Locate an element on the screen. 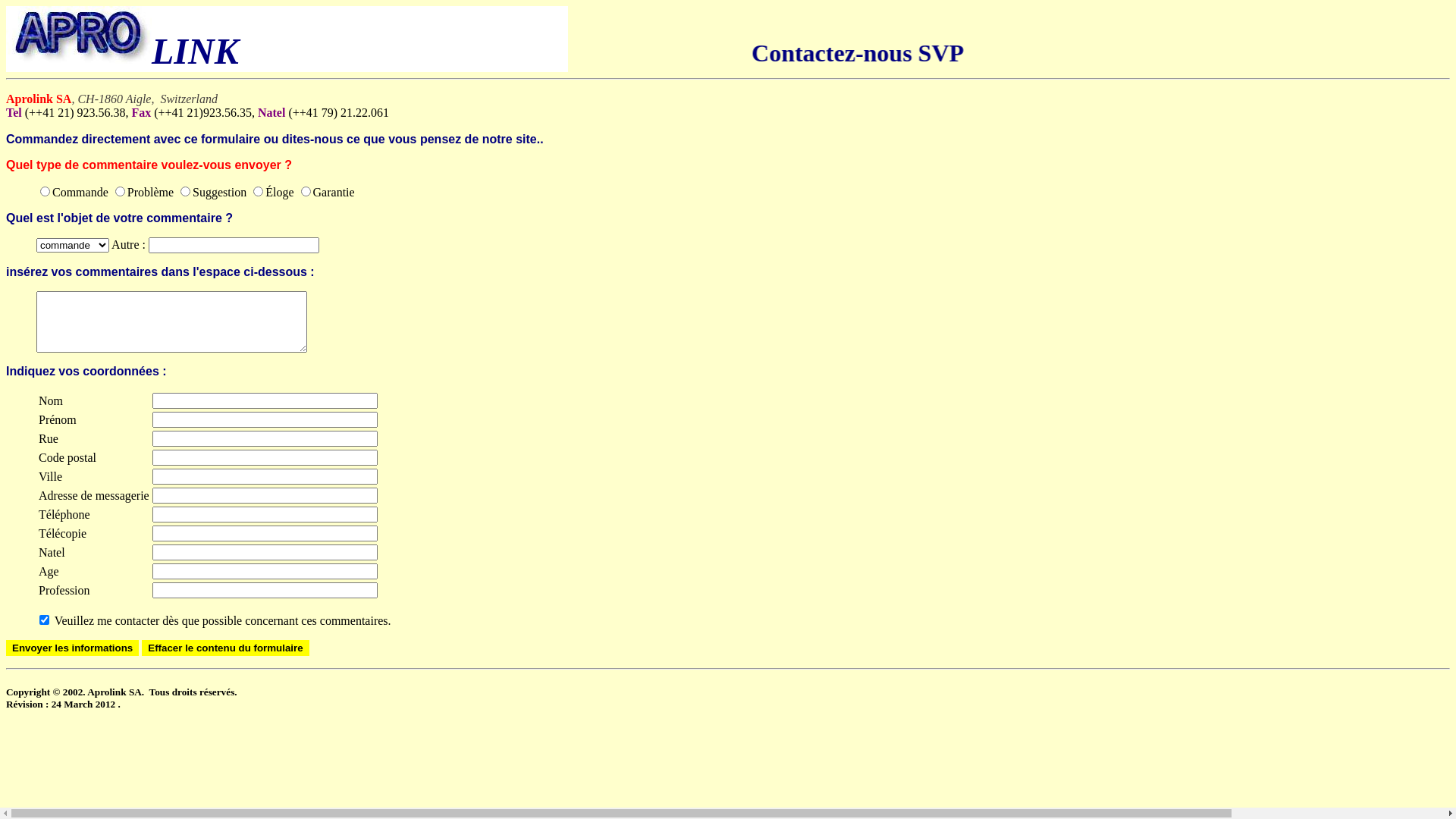 The height and width of the screenshot is (819, 1456). 'Envoyer les informations' is located at coordinates (71, 648).